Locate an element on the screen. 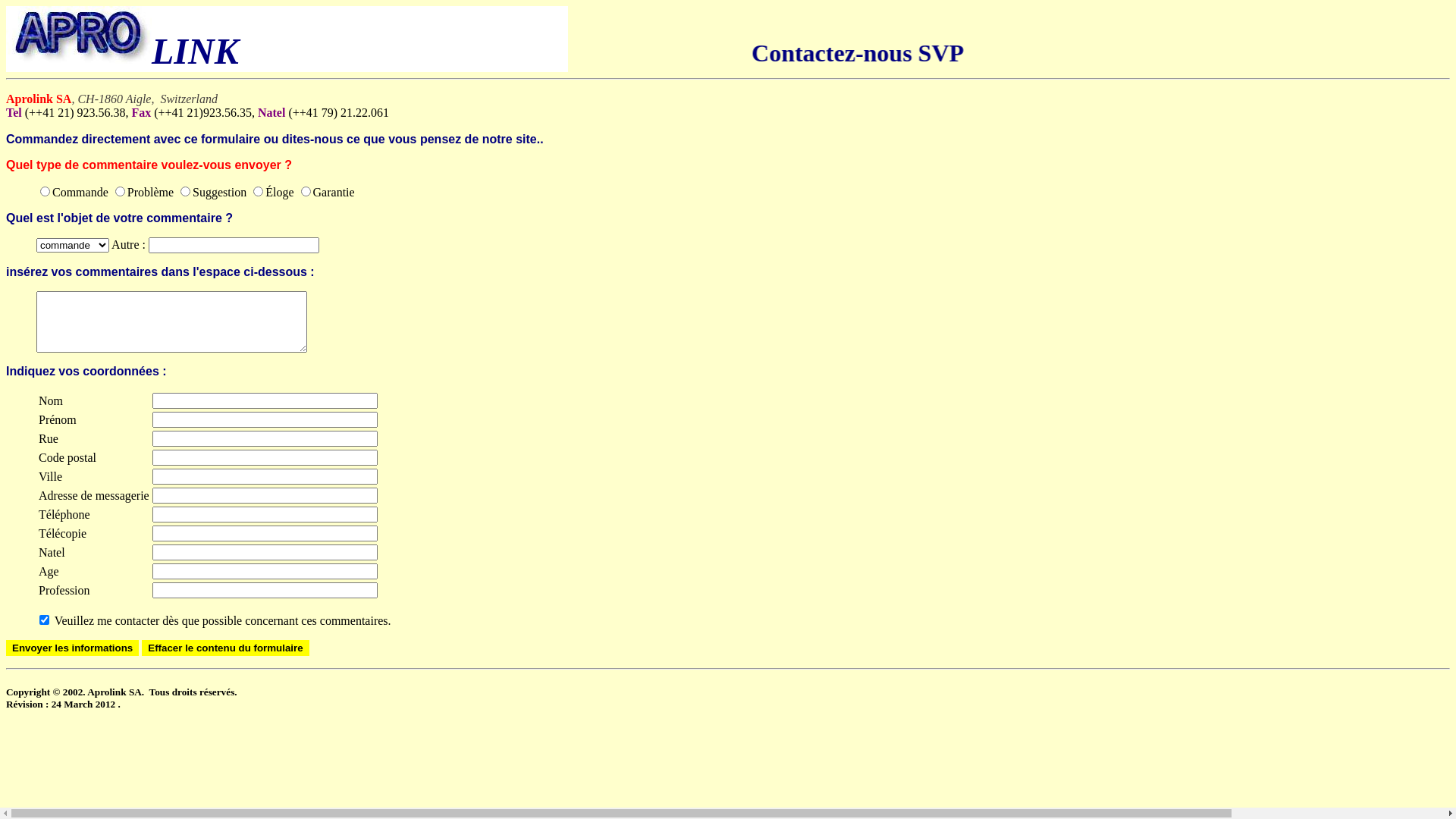 The height and width of the screenshot is (819, 1456). 'Envoyer les informations' is located at coordinates (71, 648).